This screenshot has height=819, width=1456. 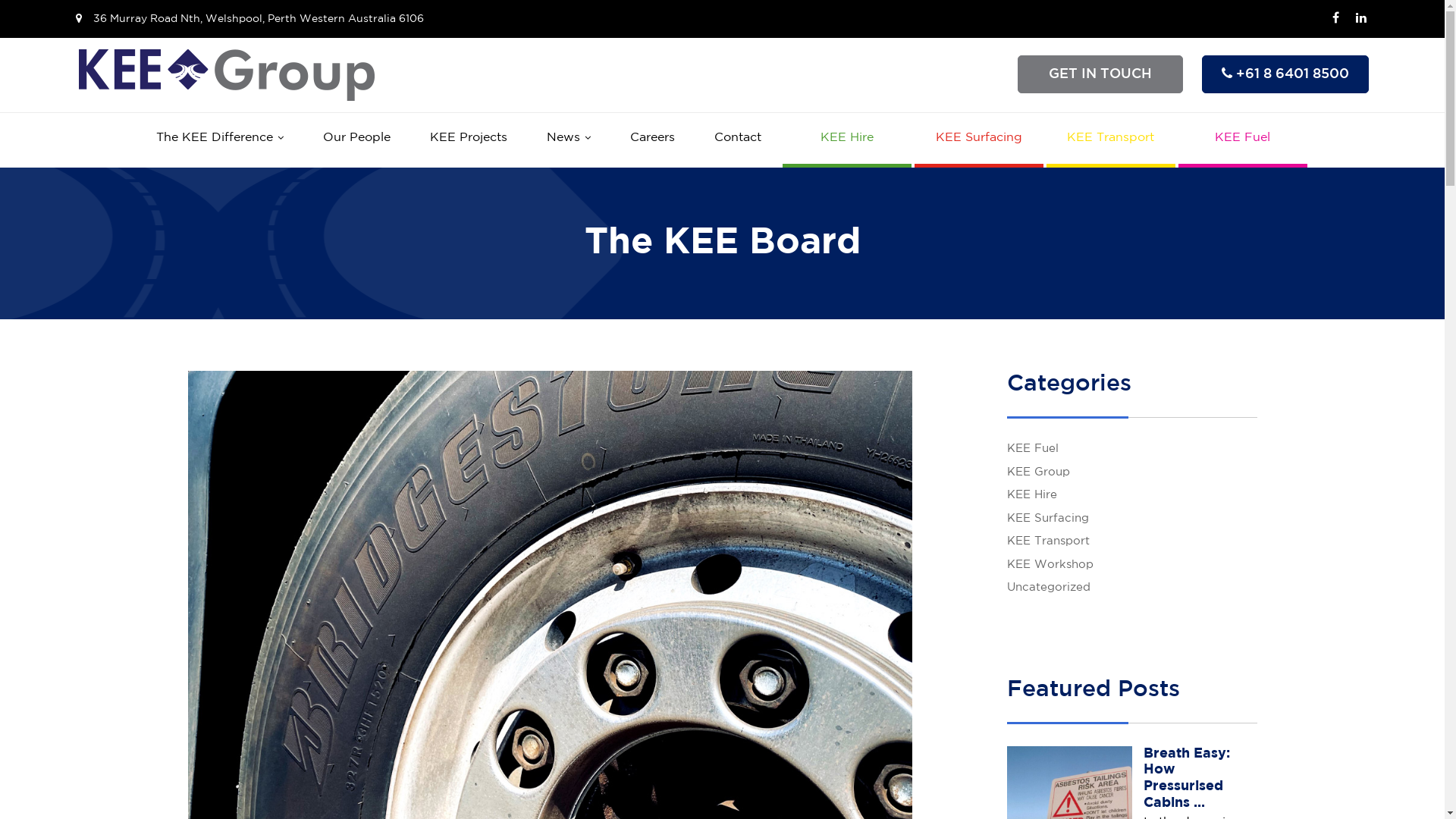 I want to click on 'LinkedIn', so click(x=1361, y=18).